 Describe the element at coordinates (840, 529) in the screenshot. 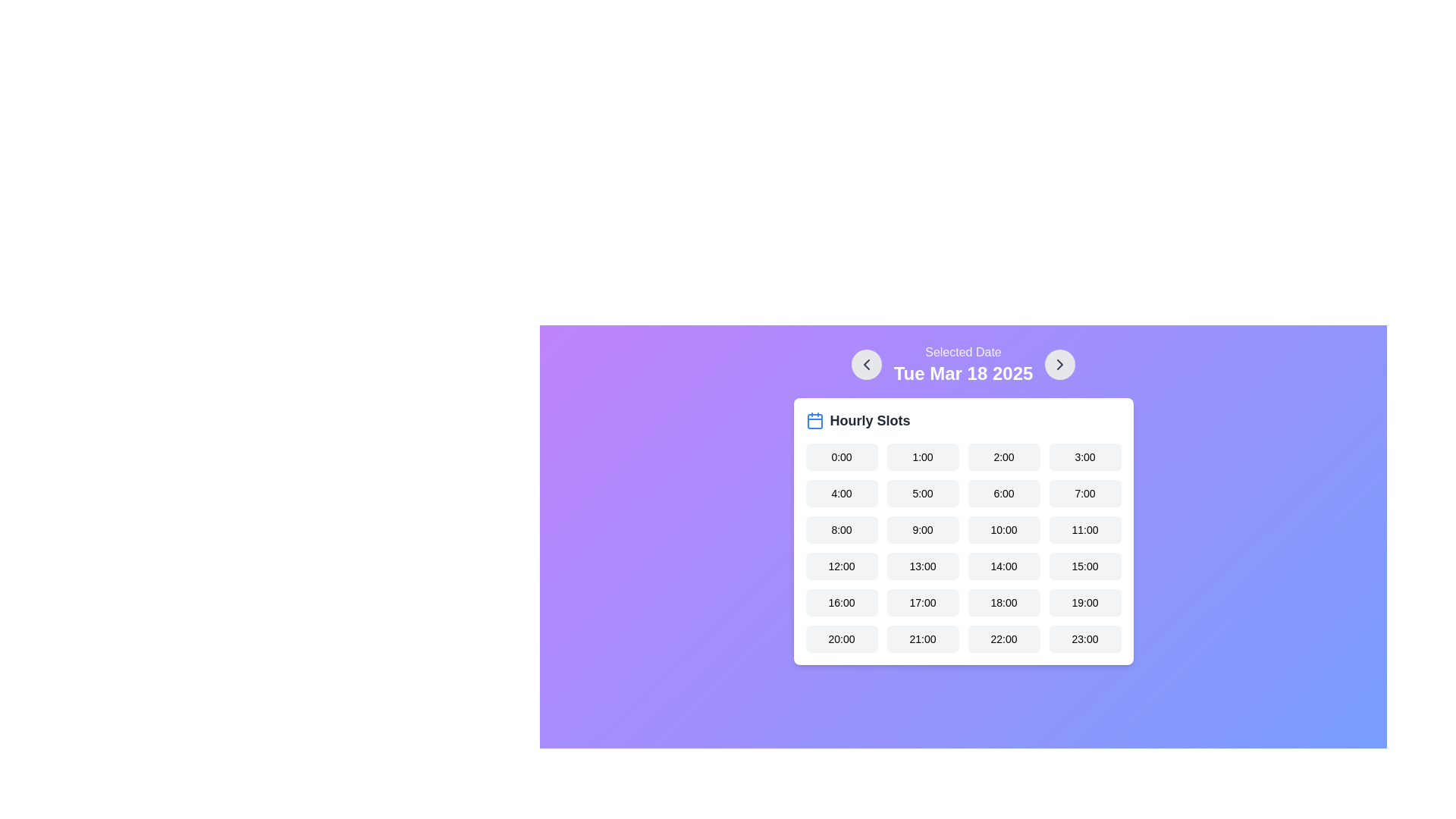

I see `the time slot button labeled '8:00' located in the first item of the third row under the 'Hourly Slots' panel` at that location.